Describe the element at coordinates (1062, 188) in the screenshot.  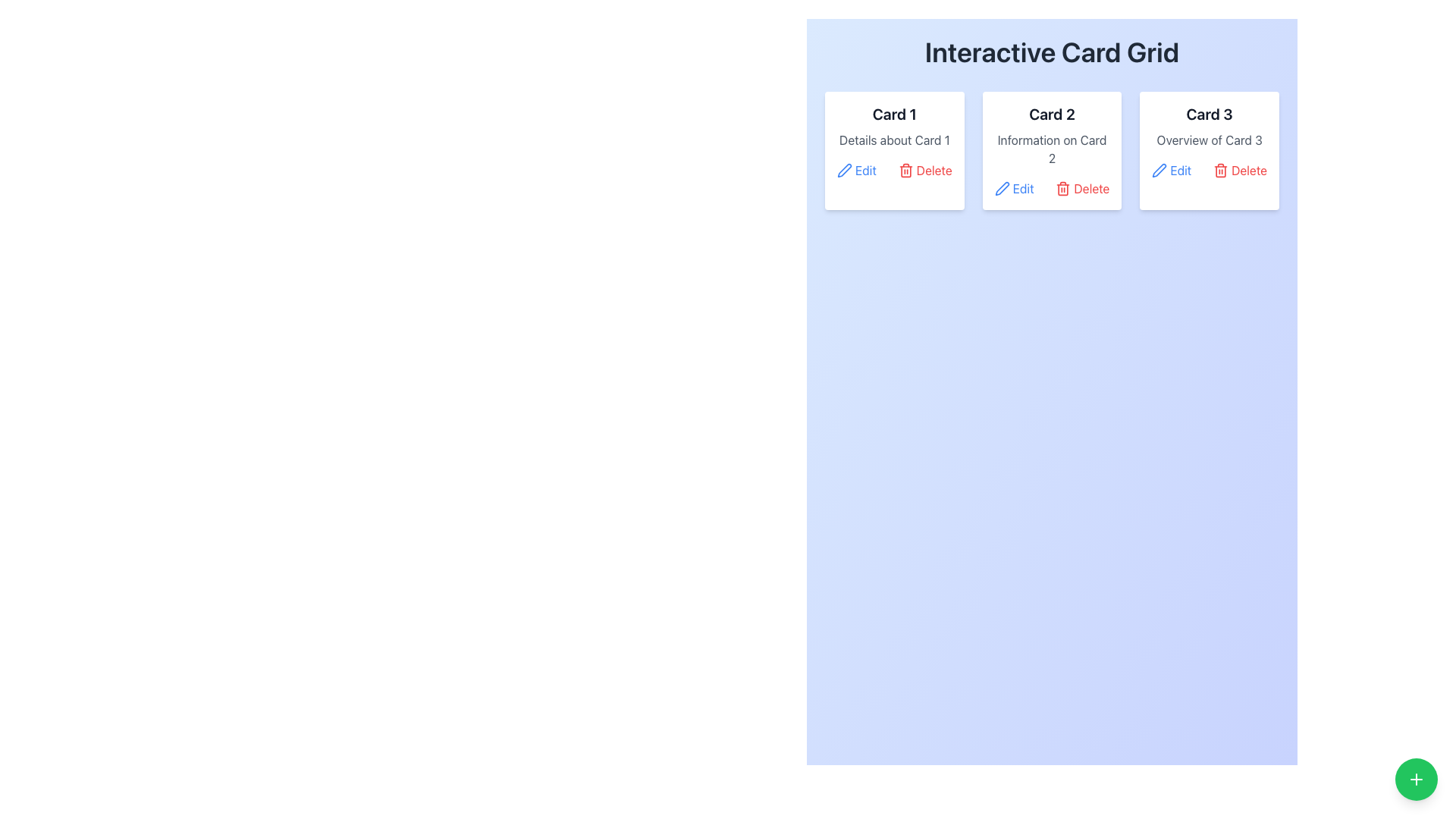
I see `the 'Delete' icon located to the right of the 'Edit' icon and immediately to the left of the red-colored text 'Delete' in the 'Card 2' segment of the card grid display` at that location.